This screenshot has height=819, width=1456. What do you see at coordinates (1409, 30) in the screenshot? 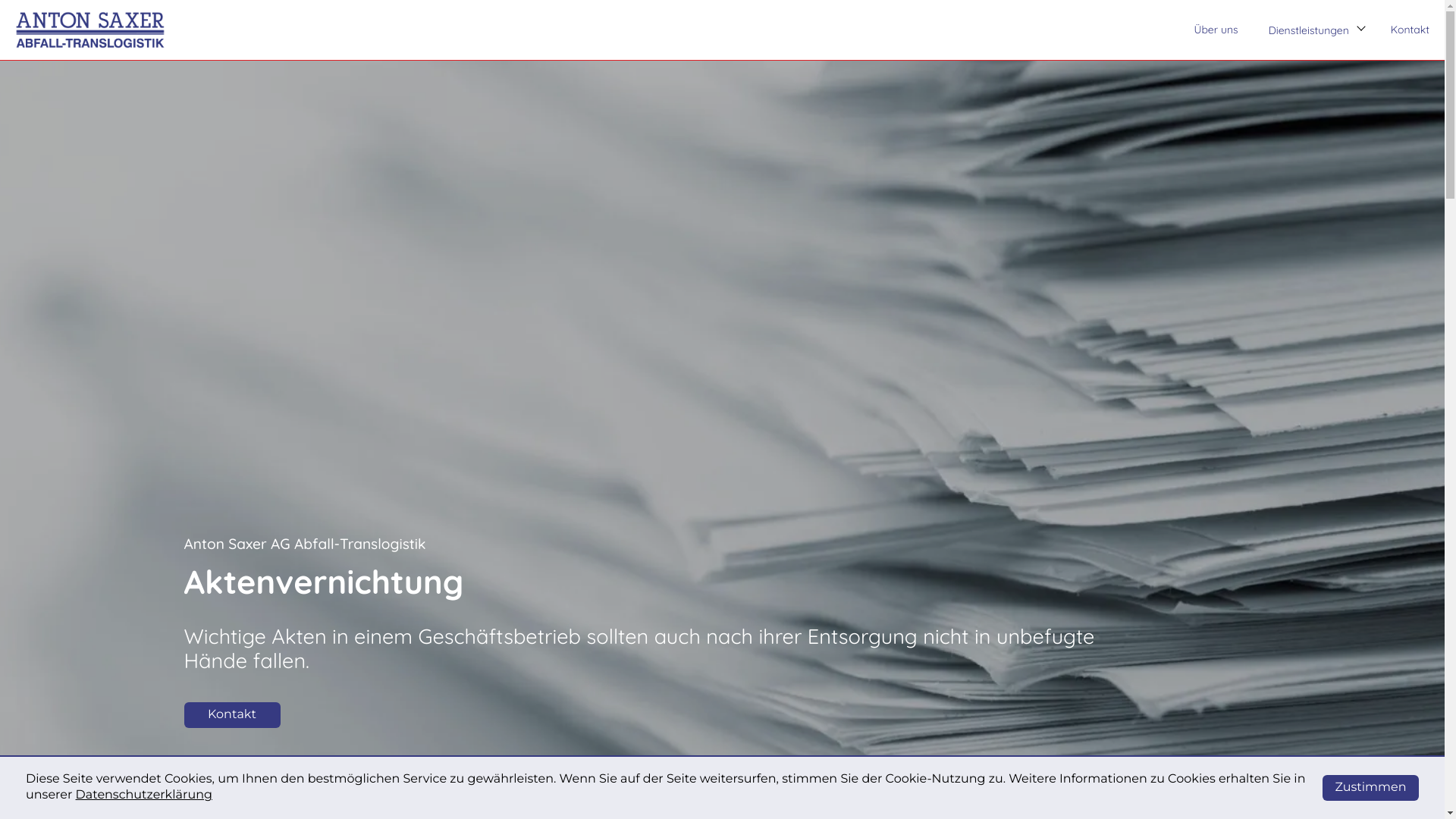
I see `'Kontakt'` at bounding box center [1409, 30].